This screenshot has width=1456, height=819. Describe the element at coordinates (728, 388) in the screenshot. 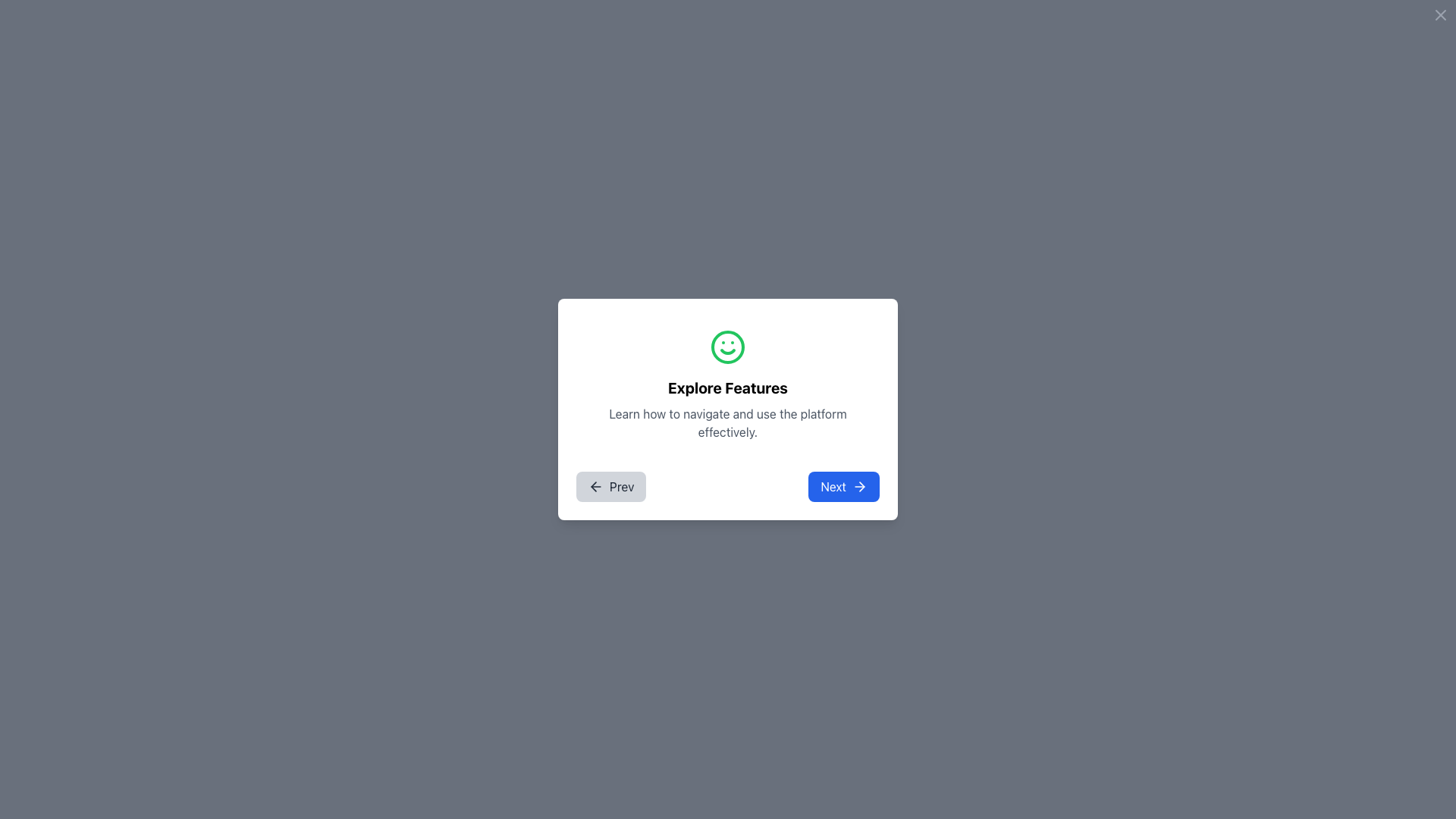

I see `the bold text label reading 'Explore Features', which is centrally positioned below a green smiley icon and above a descriptive text block in a card layout` at that location.